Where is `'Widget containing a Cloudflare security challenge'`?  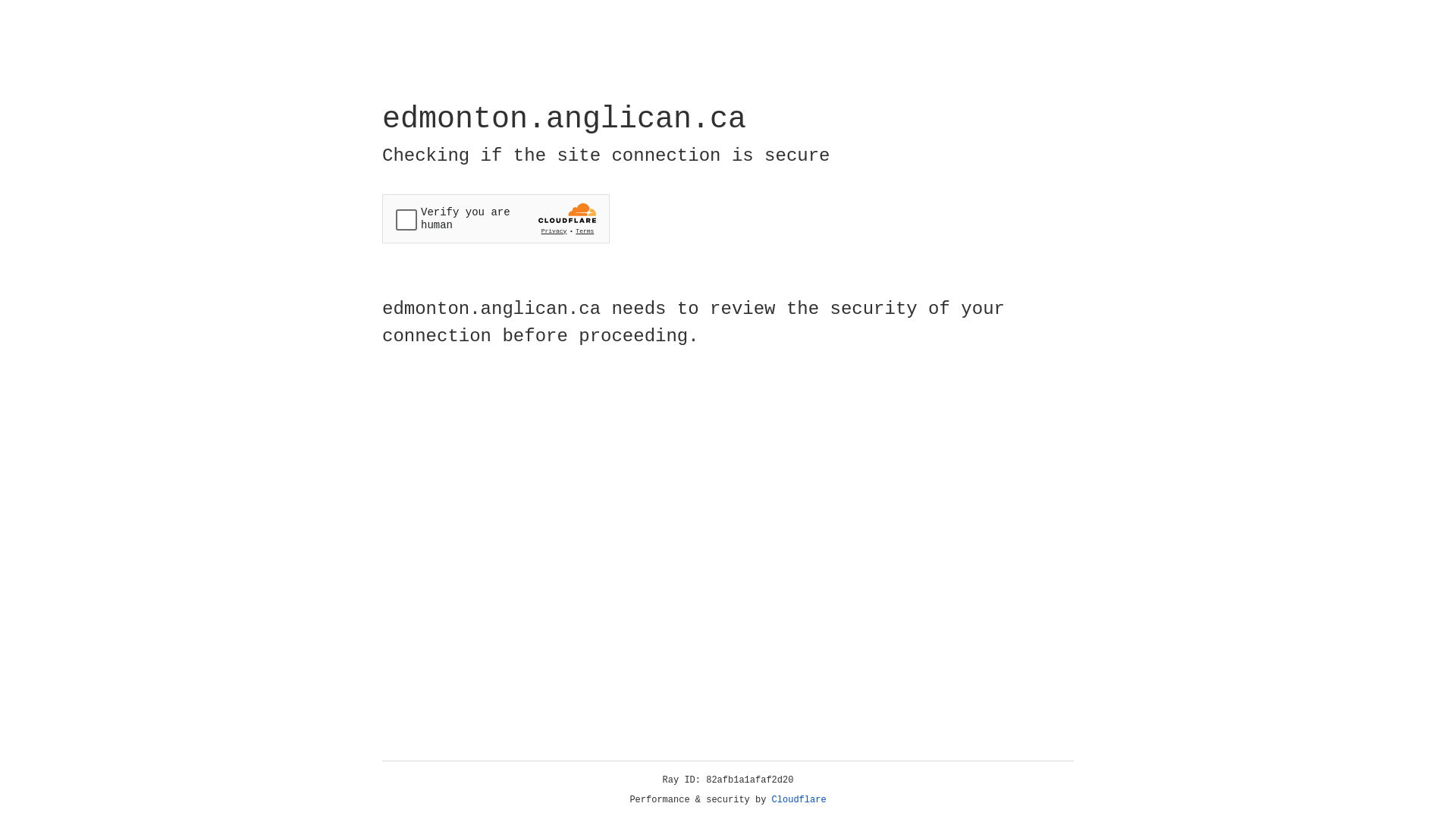
'Widget containing a Cloudflare security challenge' is located at coordinates (495, 218).